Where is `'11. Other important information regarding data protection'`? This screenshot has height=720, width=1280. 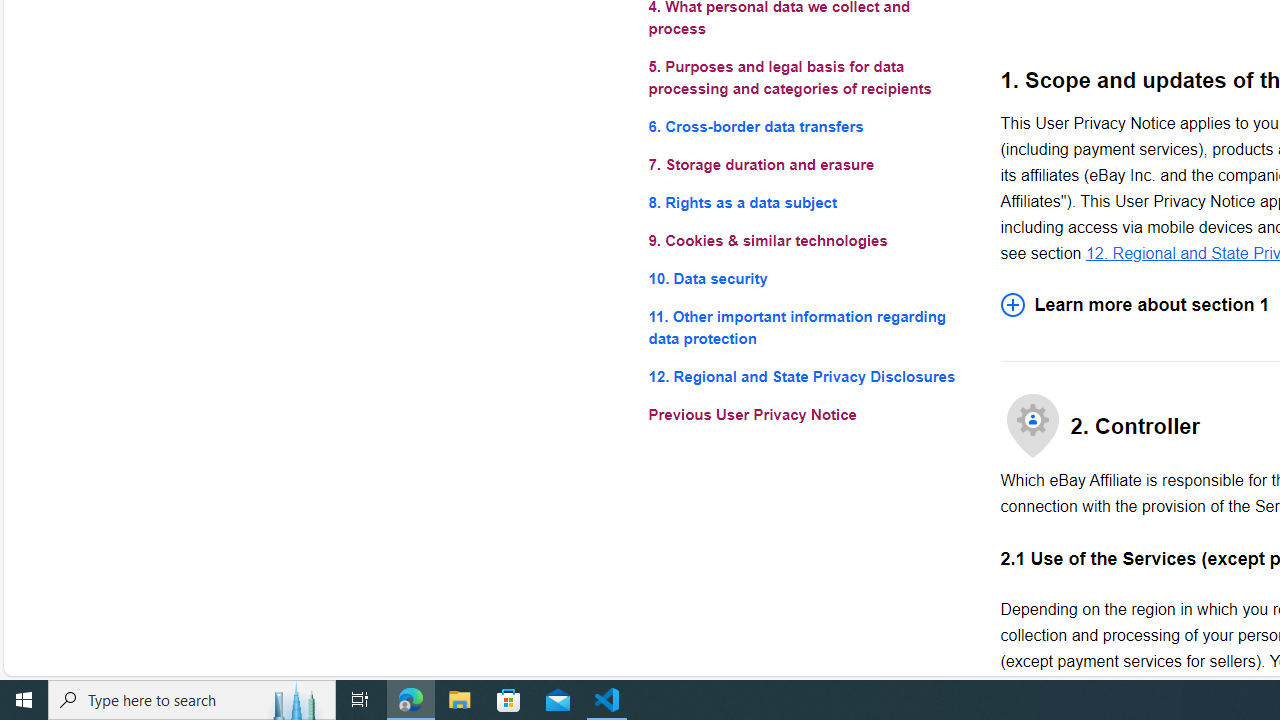 '11. Other important information regarding data protection' is located at coordinates (808, 327).